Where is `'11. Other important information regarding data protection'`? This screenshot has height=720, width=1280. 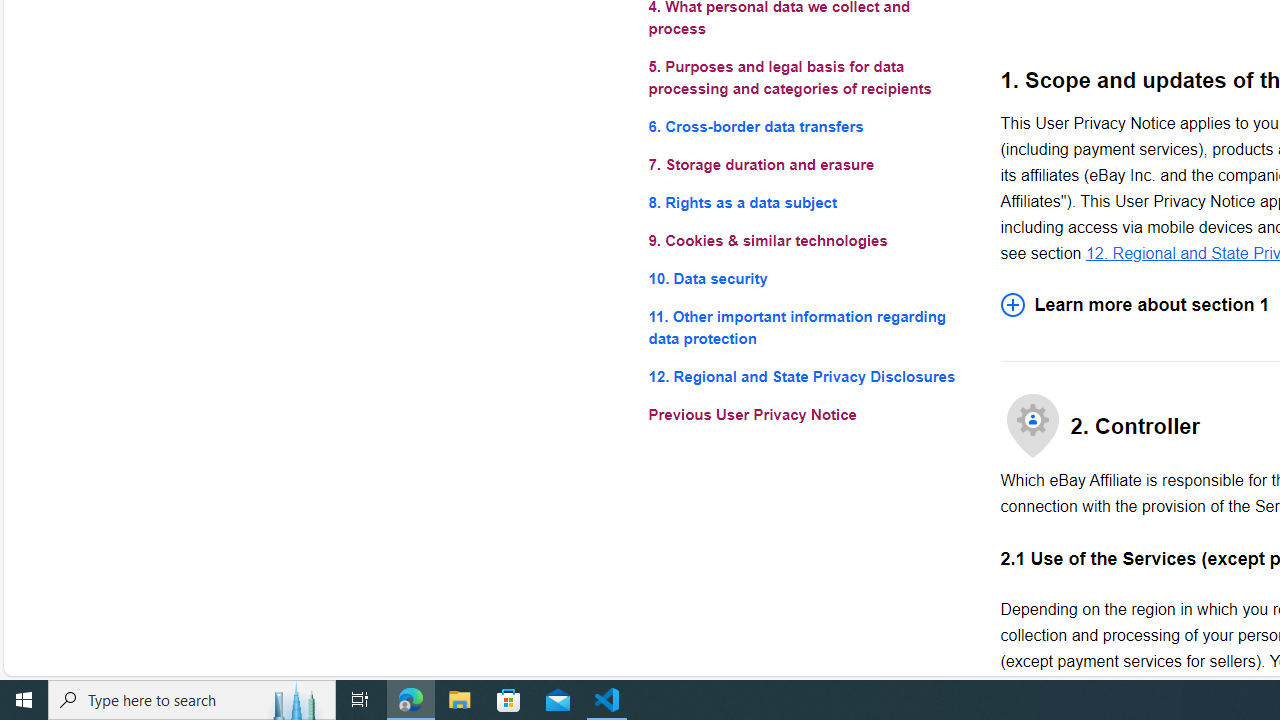 '11. Other important information regarding data protection' is located at coordinates (808, 327).